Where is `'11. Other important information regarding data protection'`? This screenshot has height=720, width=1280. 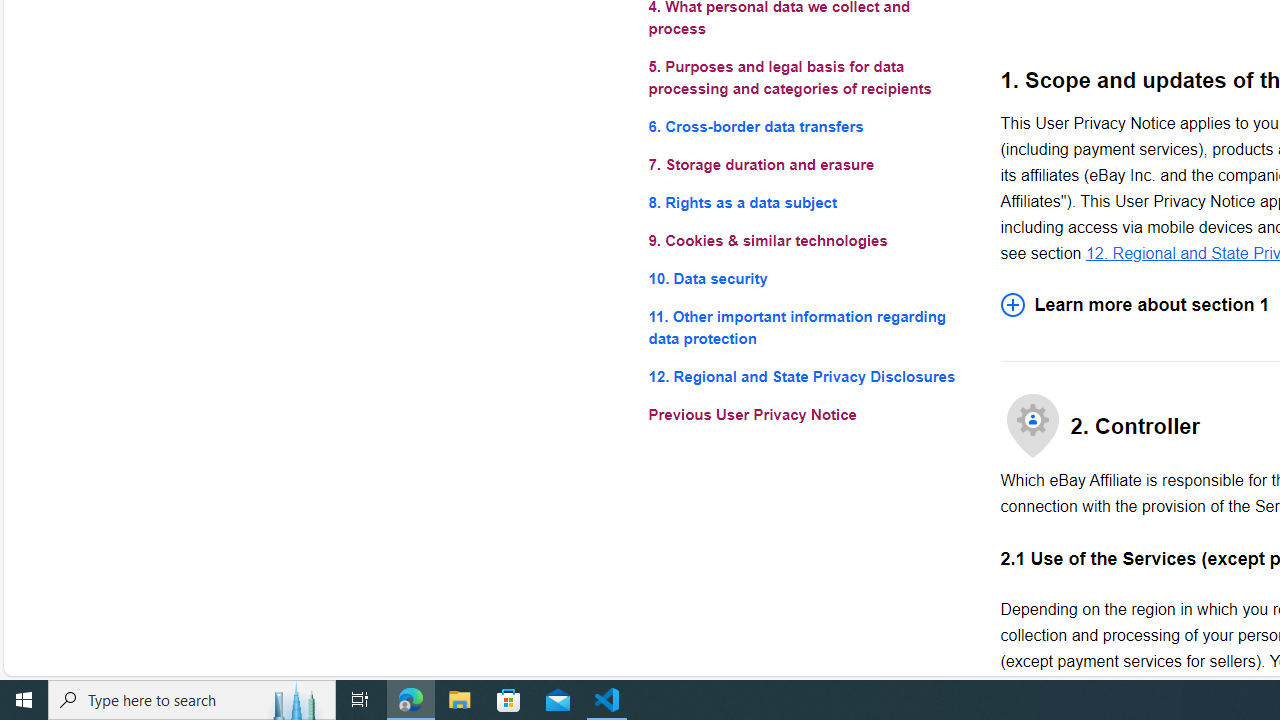 '11. Other important information regarding data protection' is located at coordinates (808, 327).